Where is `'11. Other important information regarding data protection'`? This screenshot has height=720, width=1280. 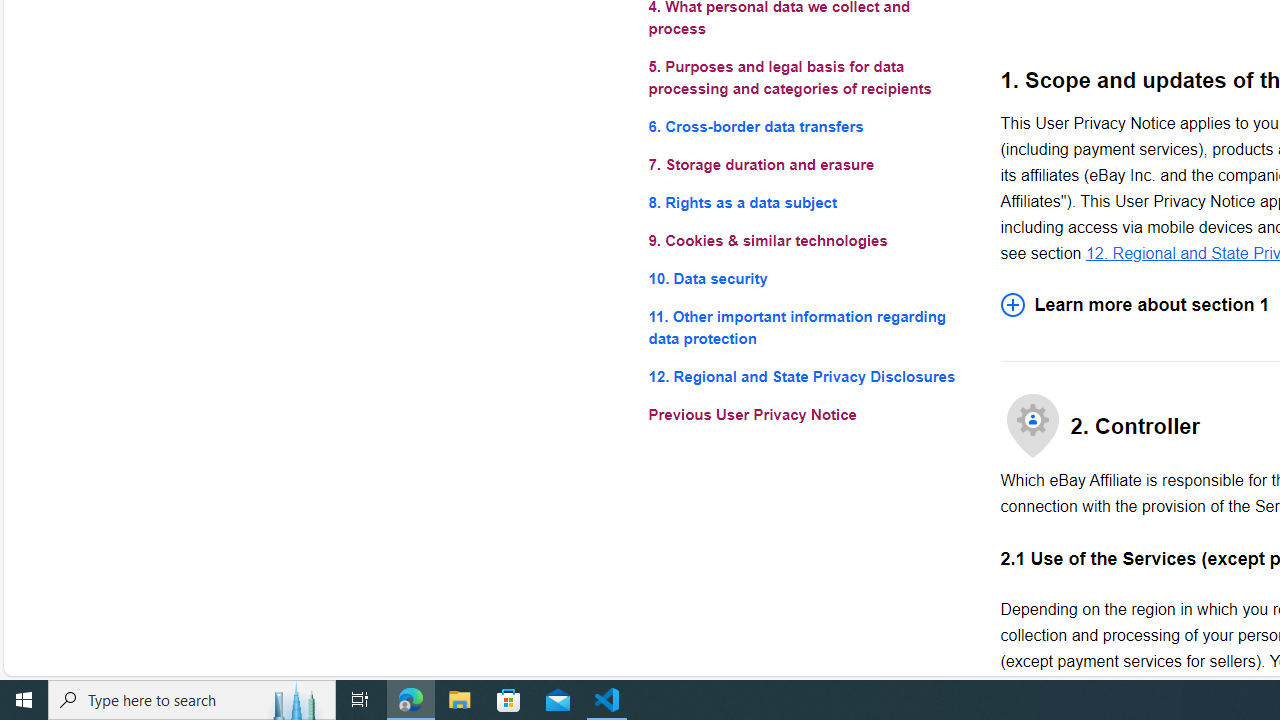 '11. Other important information regarding data protection' is located at coordinates (808, 327).